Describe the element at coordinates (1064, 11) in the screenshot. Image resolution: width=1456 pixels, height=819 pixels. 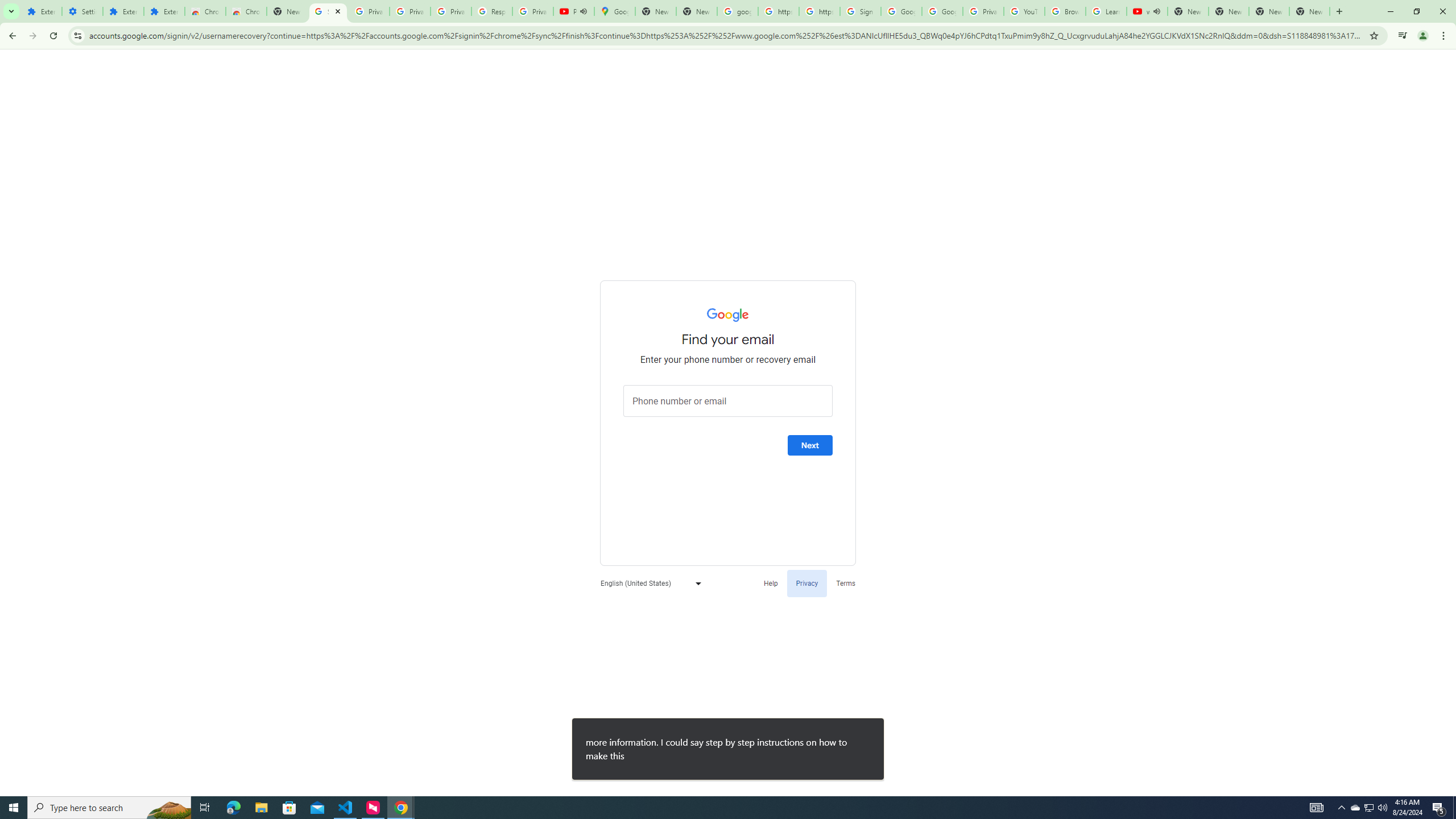
I see `'Browse Chrome as a guest - Computer - Google Chrome Help'` at that location.